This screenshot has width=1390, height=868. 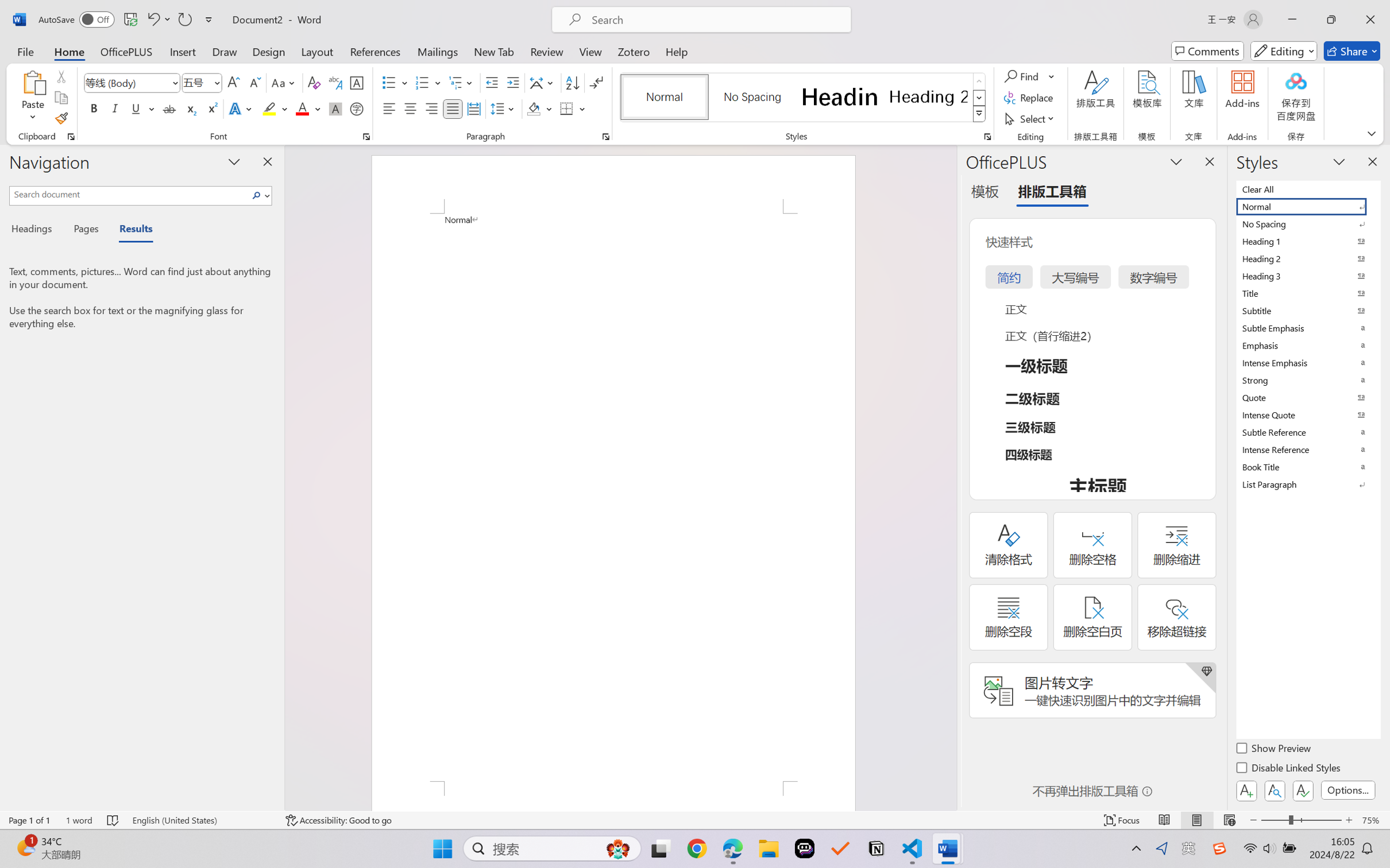 I want to click on 'Multilevel List', so click(x=462, y=83).